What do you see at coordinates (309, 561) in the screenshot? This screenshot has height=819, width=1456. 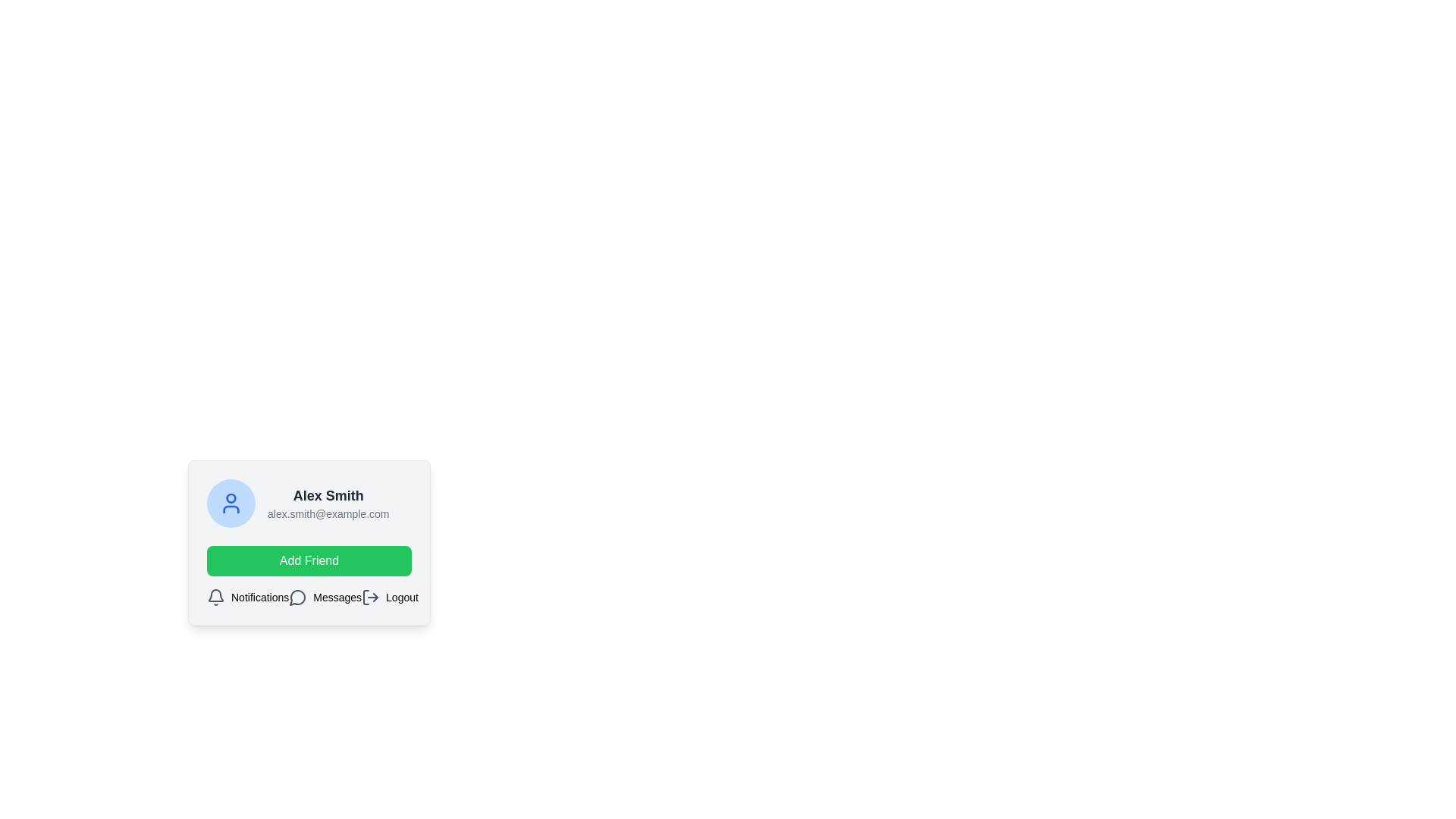 I see `the 'Add Friend' button, which is a rectangular button with rounded corners, vibrant green background, and white text, located within a user profile card component` at bounding box center [309, 561].